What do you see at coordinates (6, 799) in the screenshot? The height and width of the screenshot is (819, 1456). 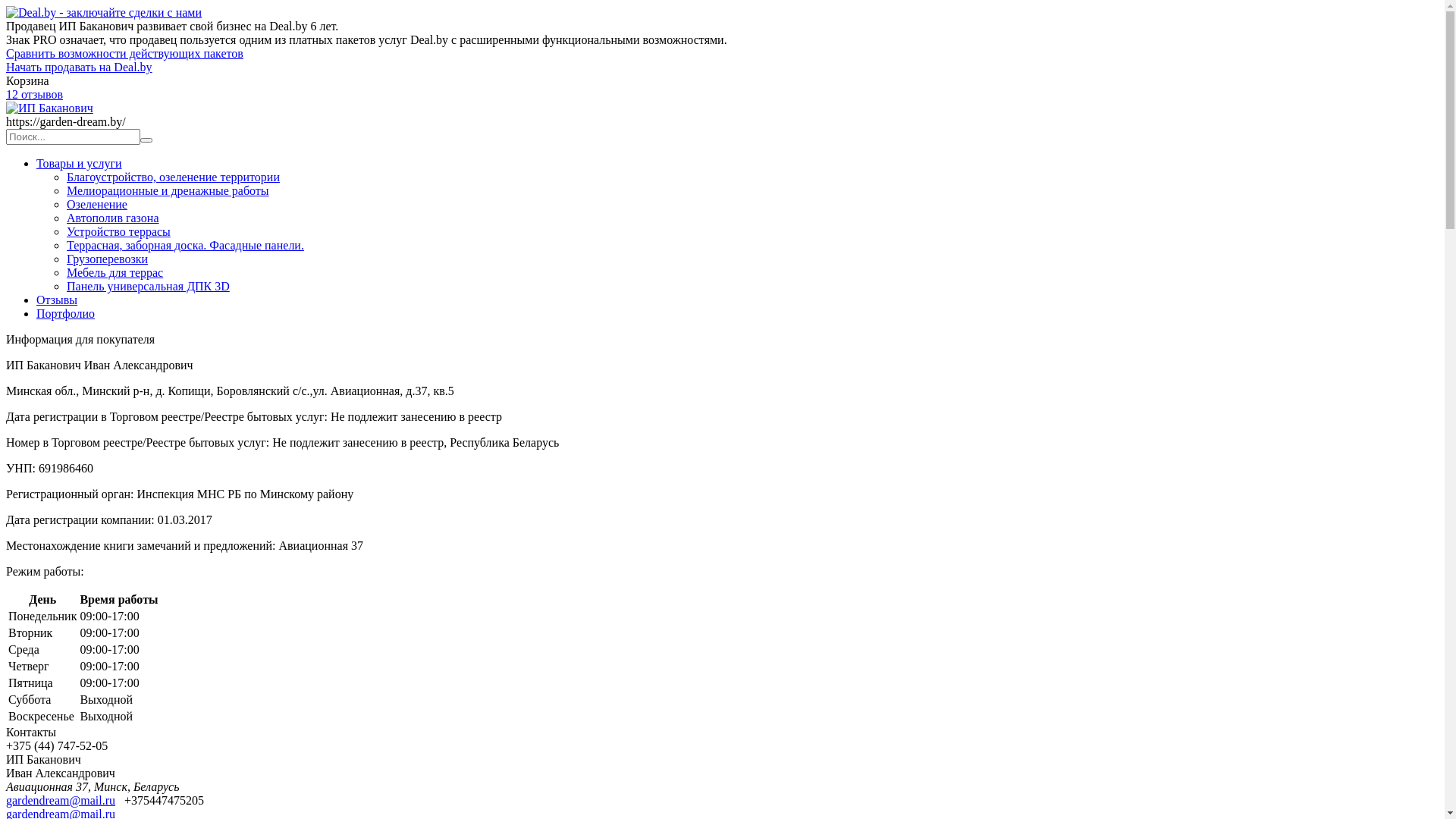 I see `'gardendream@mail.ru'` at bounding box center [6, 799].